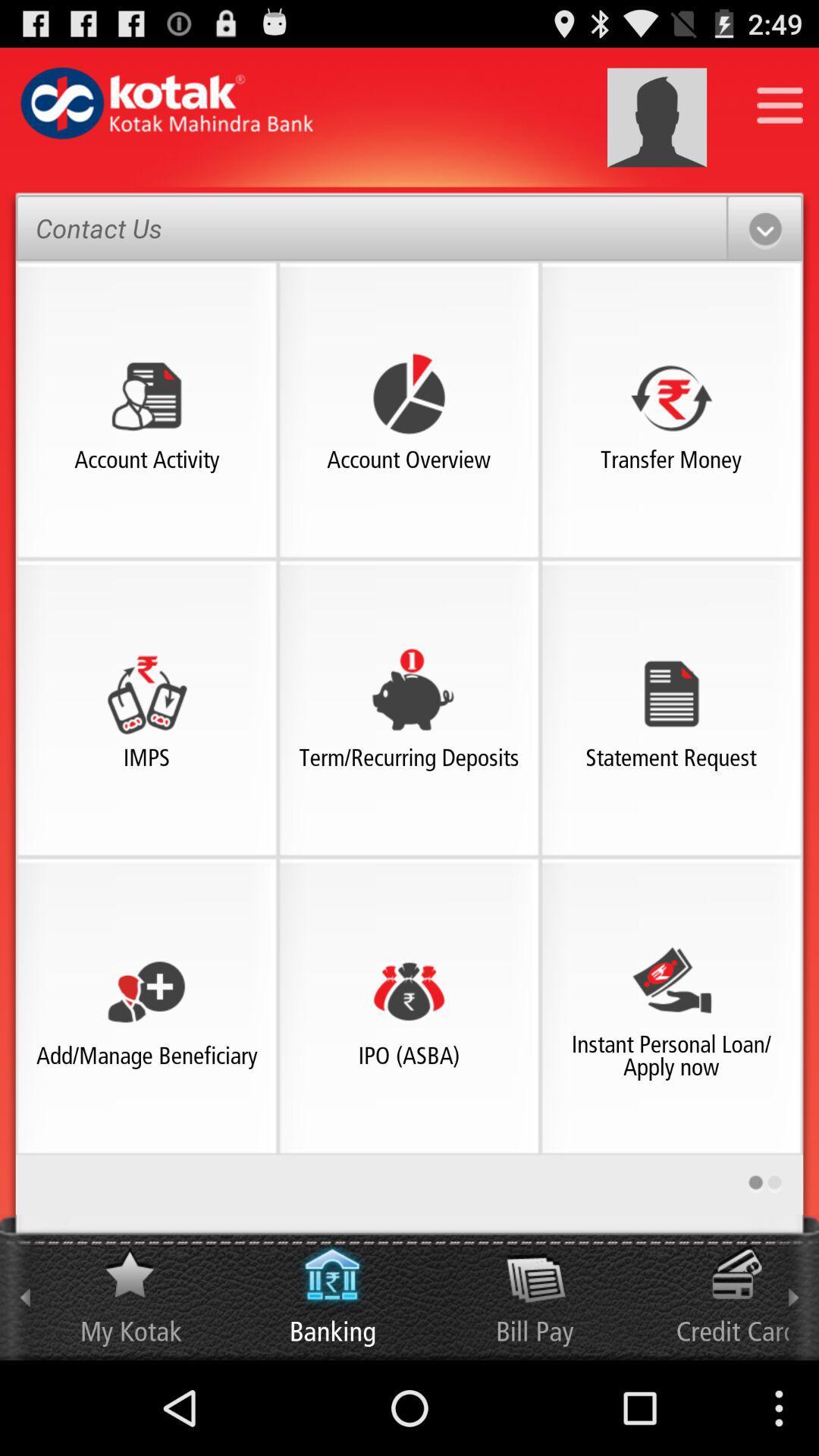  Describe the element at coordinates (780, 111) in the screenshot. I see `the menu icon` at that location.